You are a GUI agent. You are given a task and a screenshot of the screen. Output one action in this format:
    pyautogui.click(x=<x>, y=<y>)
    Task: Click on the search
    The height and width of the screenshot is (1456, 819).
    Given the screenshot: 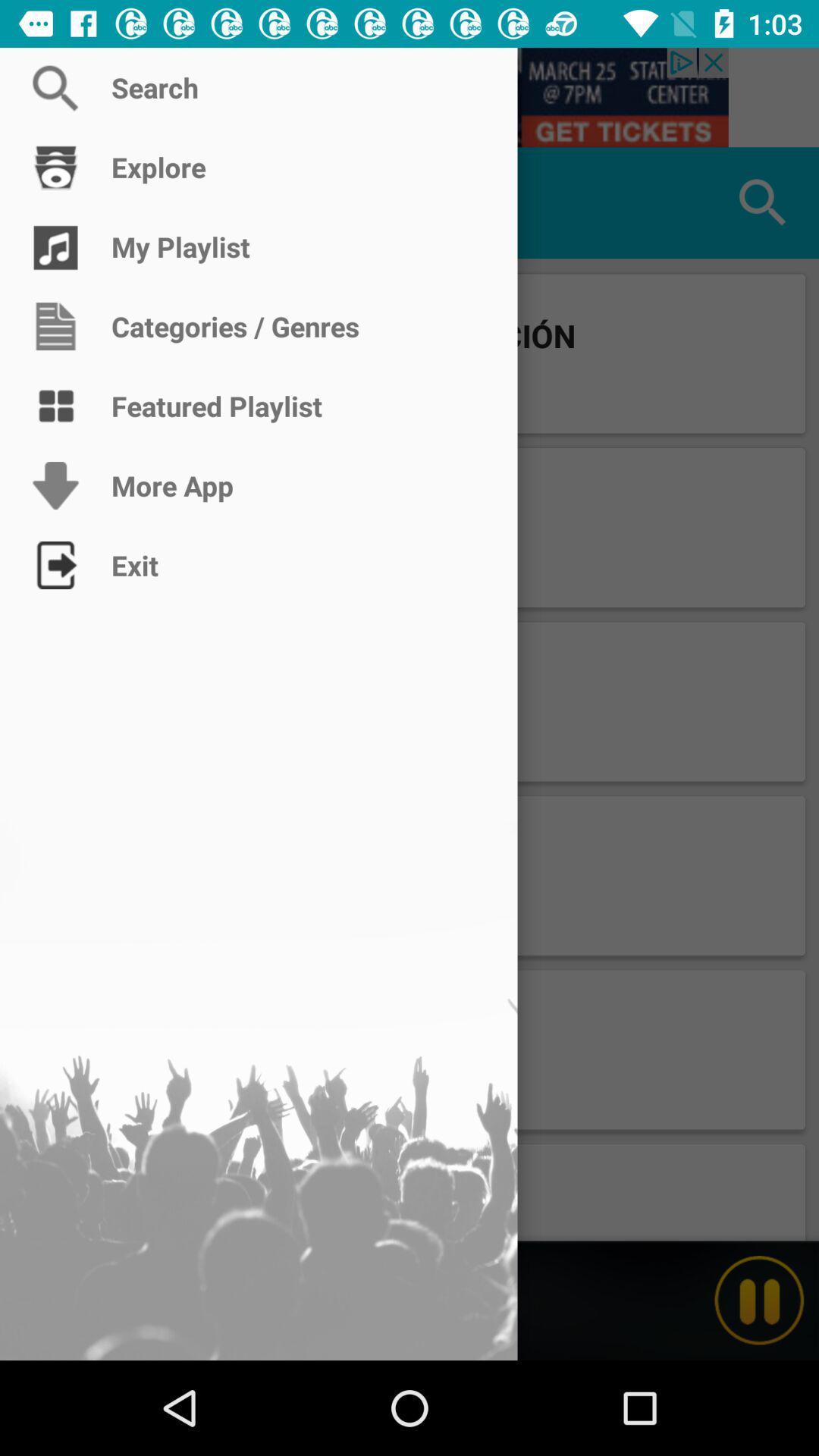 What is the action you would take?
    pyautogui.click(x=409, y=96)
    